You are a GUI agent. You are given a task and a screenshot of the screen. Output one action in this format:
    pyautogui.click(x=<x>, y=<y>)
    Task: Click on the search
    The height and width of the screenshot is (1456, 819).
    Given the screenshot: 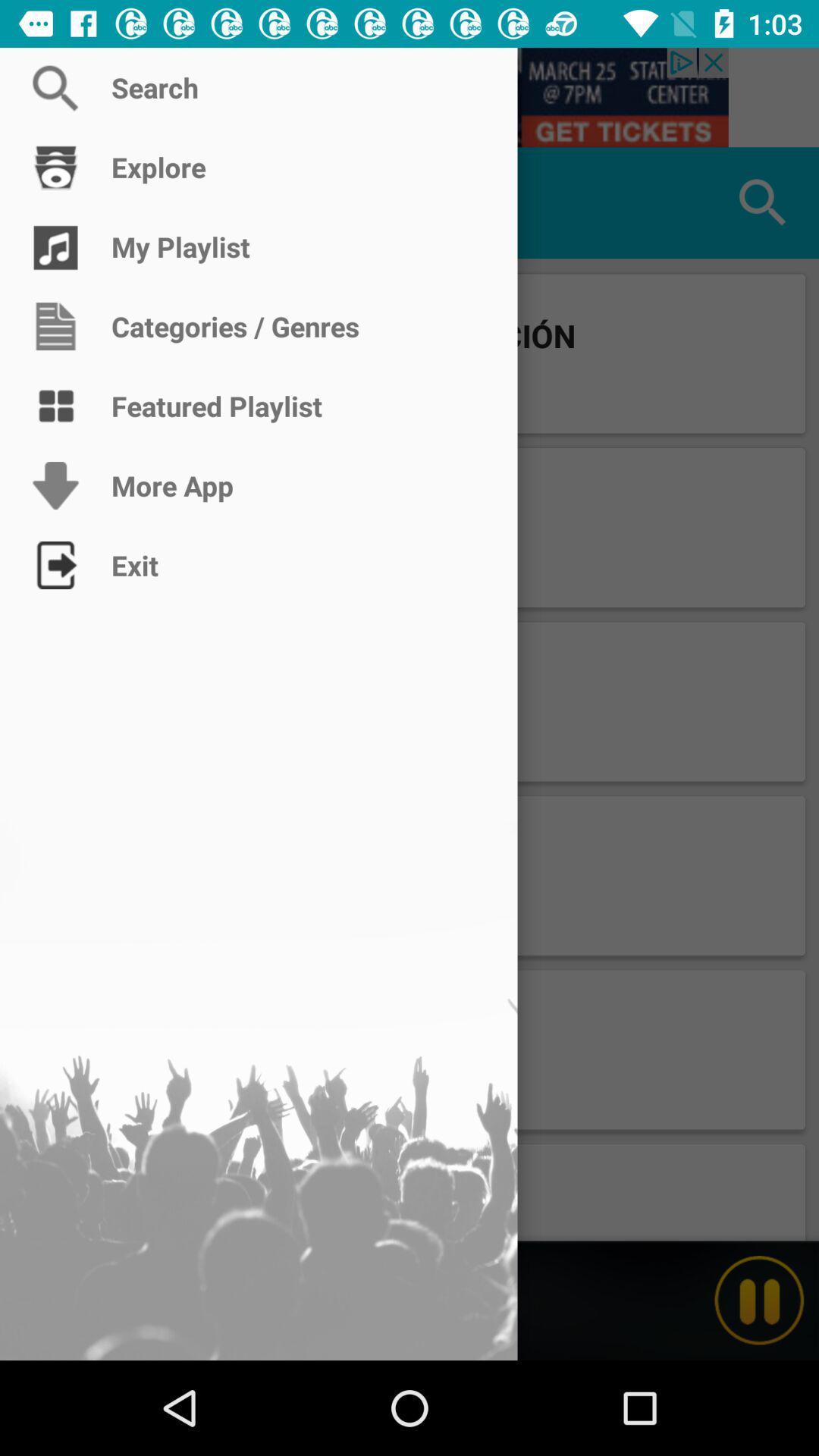 What is the action you would take?
    pyautogui.click(x=409, y=96)
    